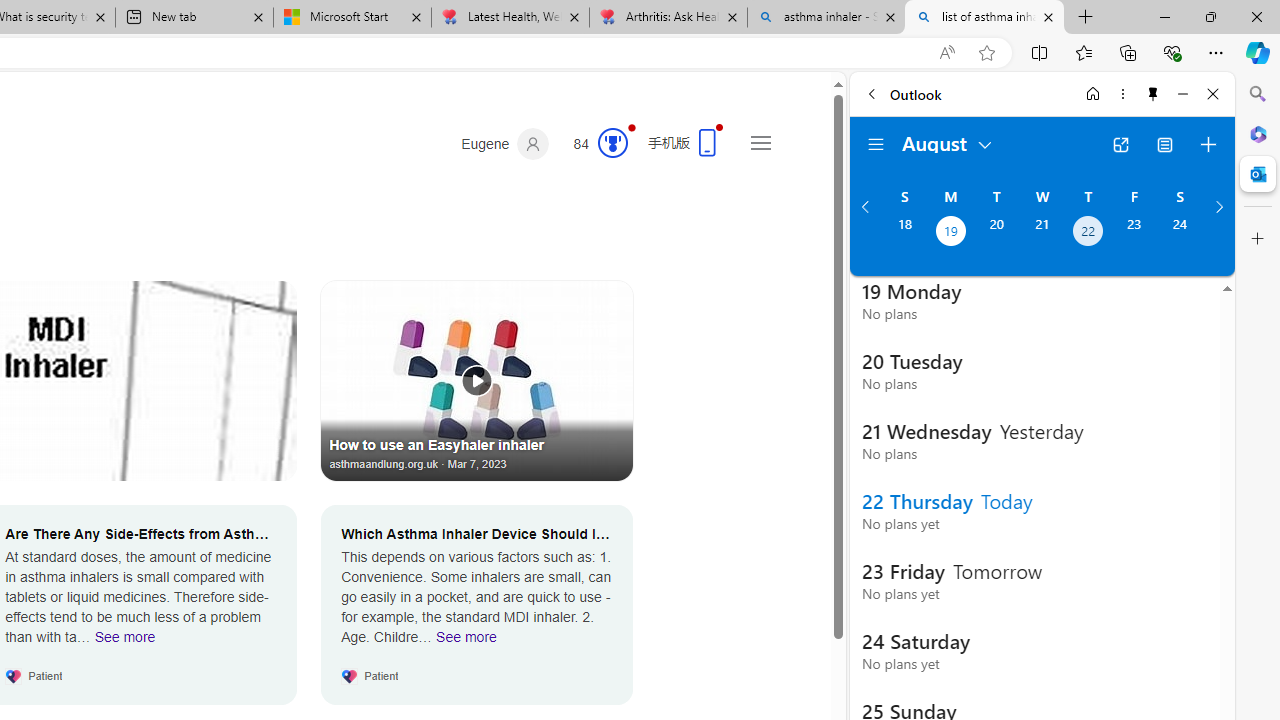 The width and height of the screenshot is (1280, 720). What do you see at coordinates (1041, 232) in the screenshot?
I see `'Wednesday, August 21, 2024. '` at bounding box center [1041, 232].